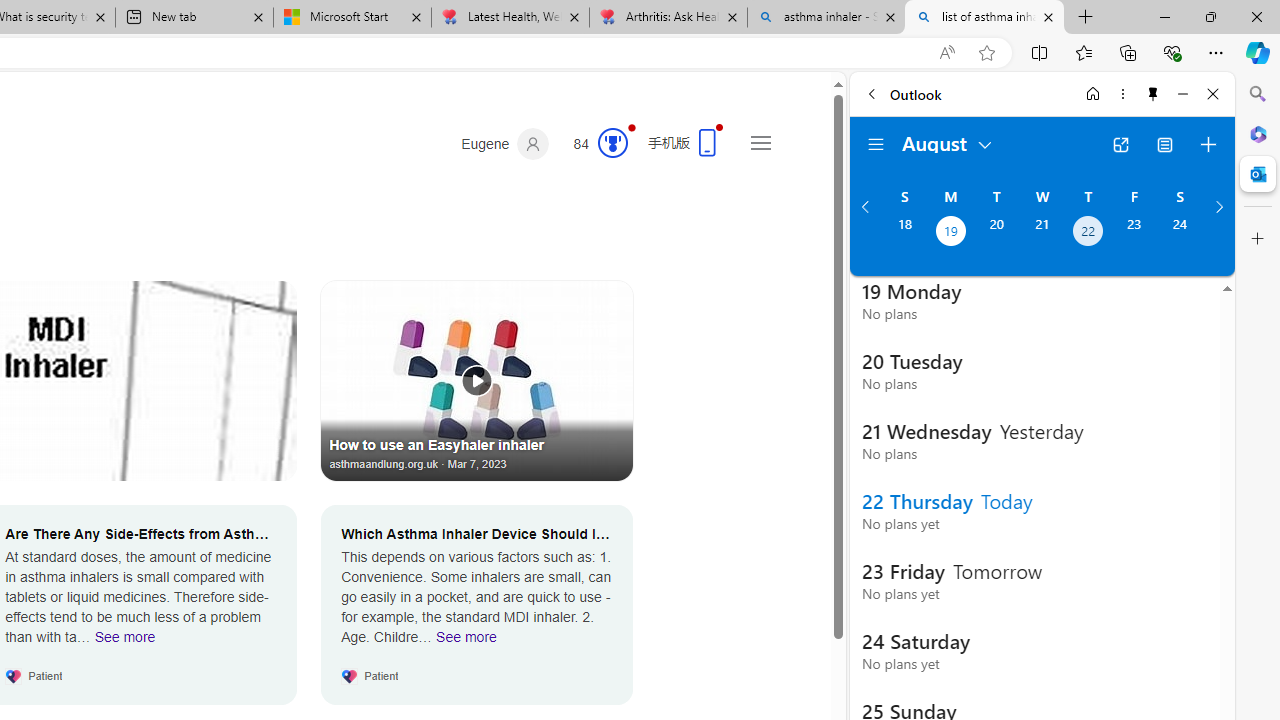 The width and height of the screenshot is (1280, 720). What do you see at coordinates (1041, 232) in the screenshot?
I see `'Wednesday, August 21, 2024. '` at bounding box center [1041, 232].